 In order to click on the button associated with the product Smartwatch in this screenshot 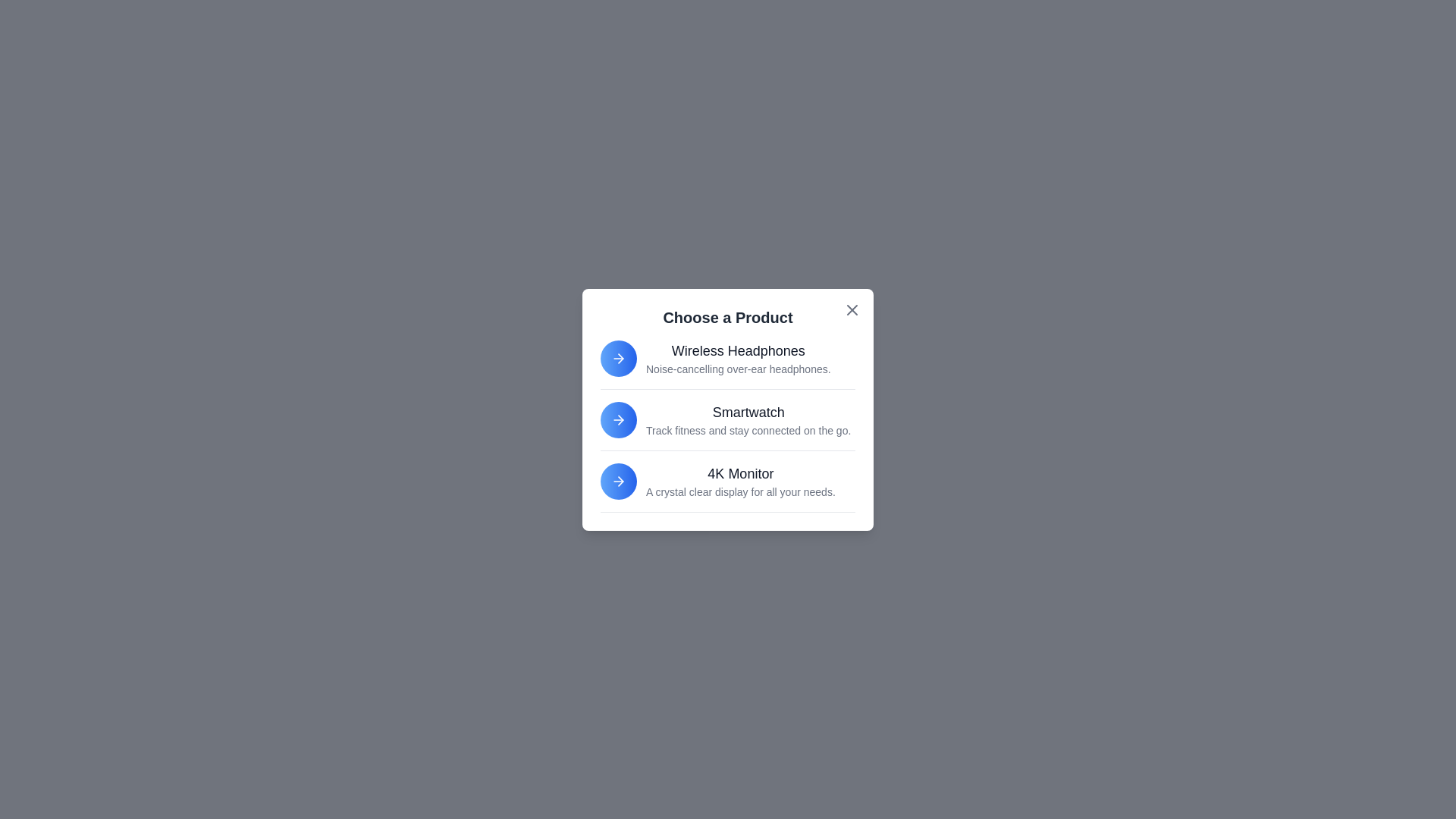, I will do `click(619, 419)`.